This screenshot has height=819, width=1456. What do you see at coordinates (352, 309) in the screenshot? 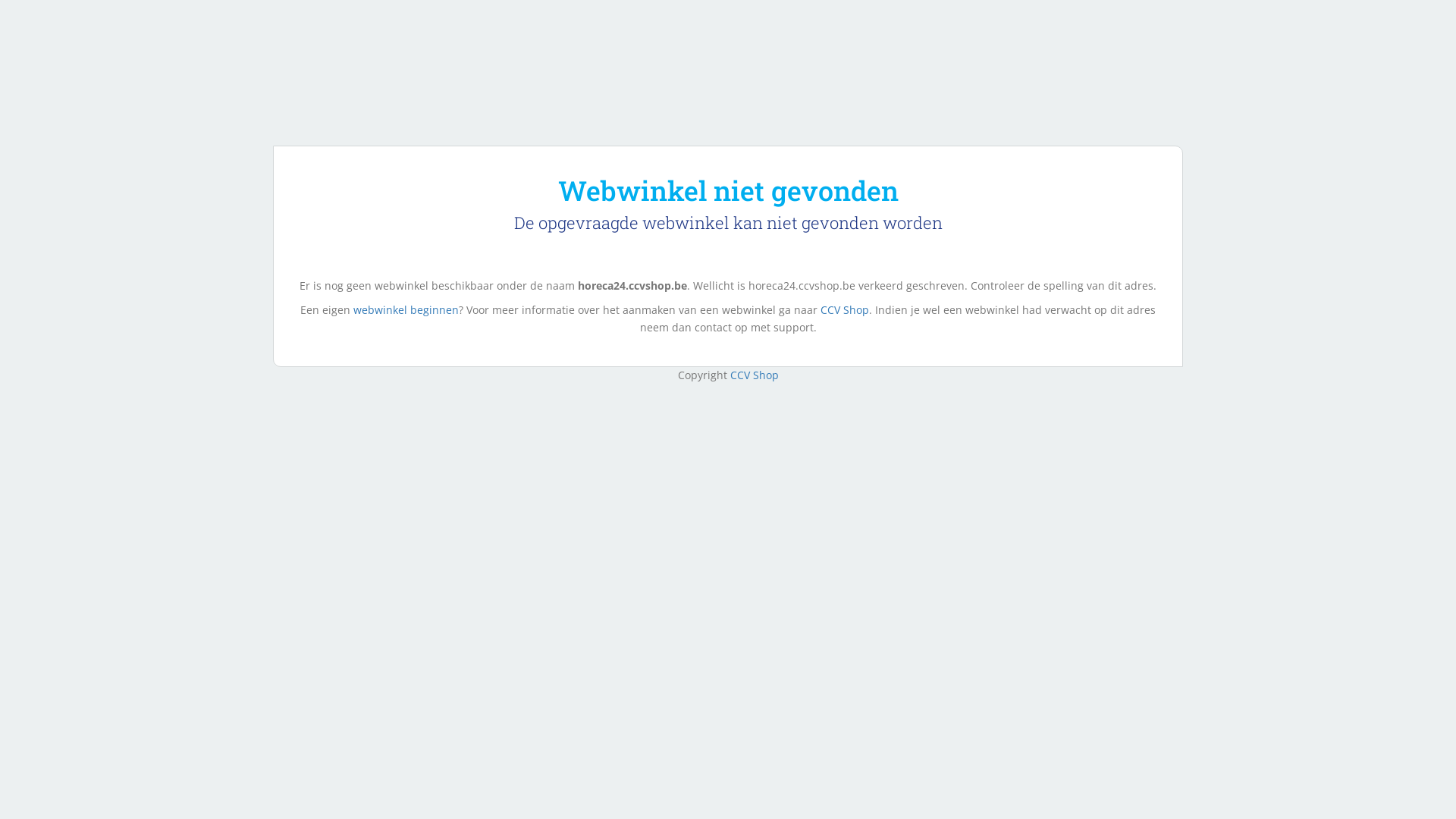
I see `'webwinkel beginnen'` at bounding box center [352, 309].